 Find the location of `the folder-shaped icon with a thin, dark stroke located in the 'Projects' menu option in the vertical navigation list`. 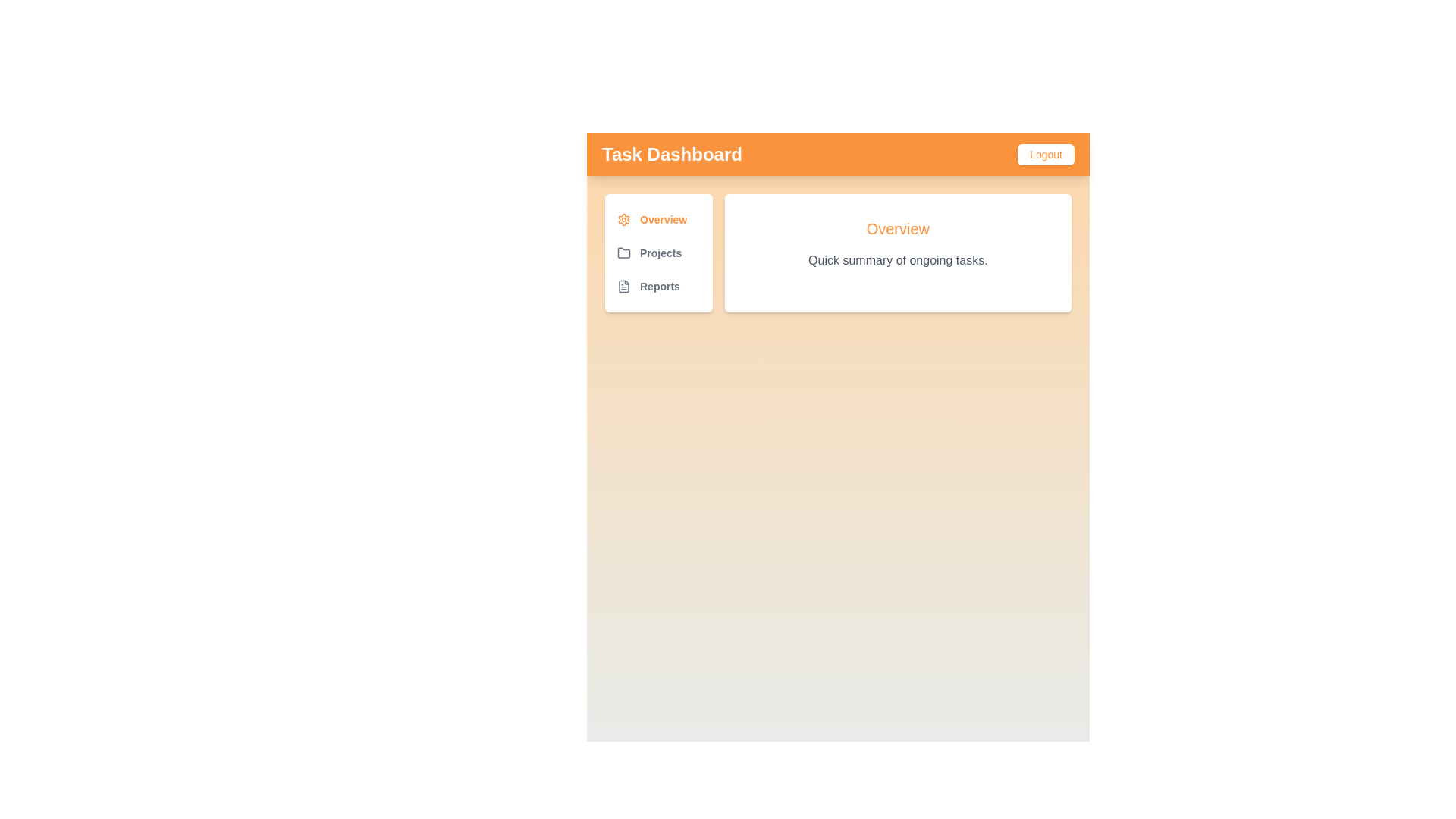

the folder-shaped icon with a thin, dark stroke located in the 'Projects' menu option in the vertical navigation list is located at coordinates (623, 253).